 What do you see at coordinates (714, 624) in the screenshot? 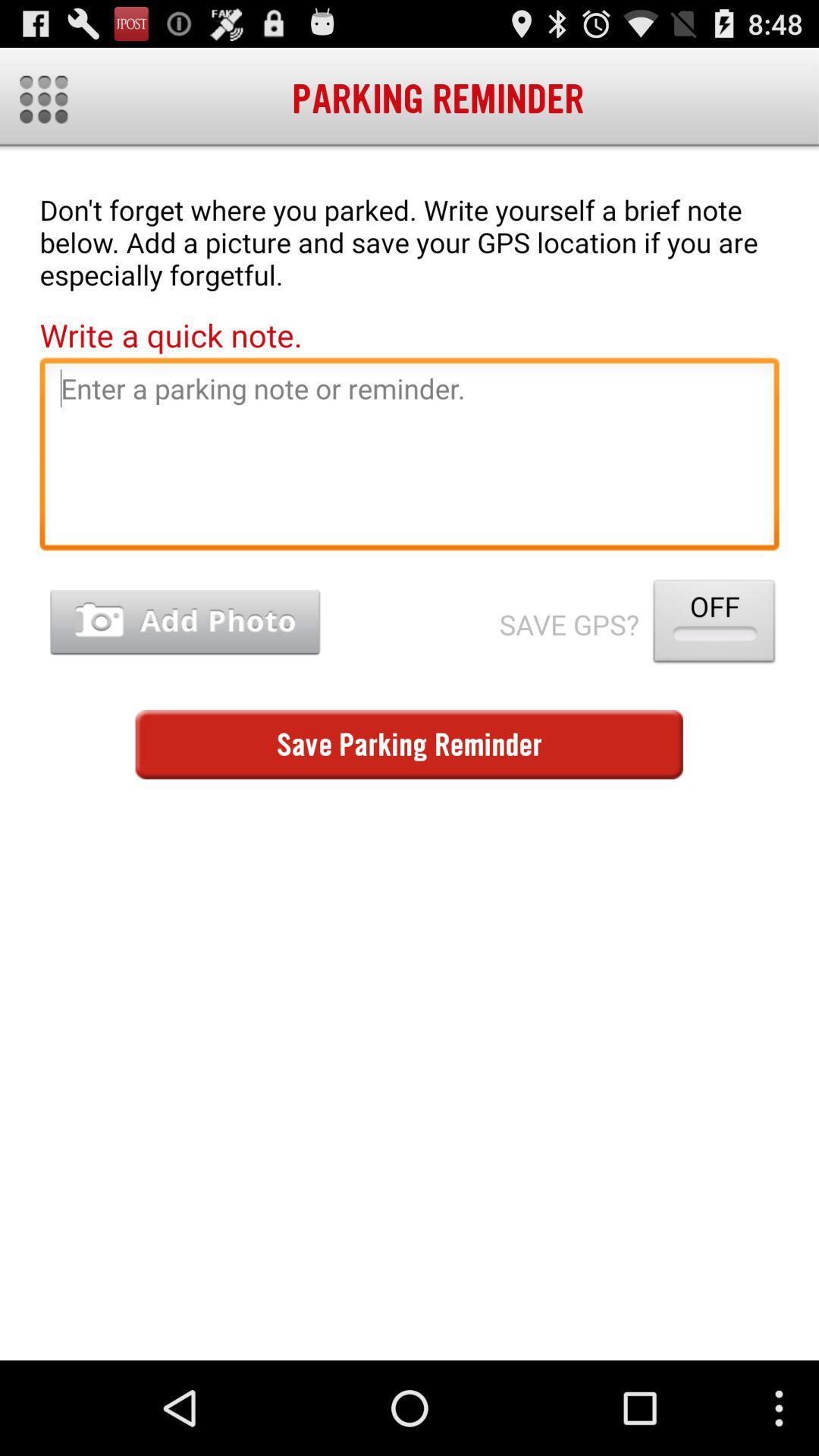
I see `the off icon` at bounding box center [714, 624].